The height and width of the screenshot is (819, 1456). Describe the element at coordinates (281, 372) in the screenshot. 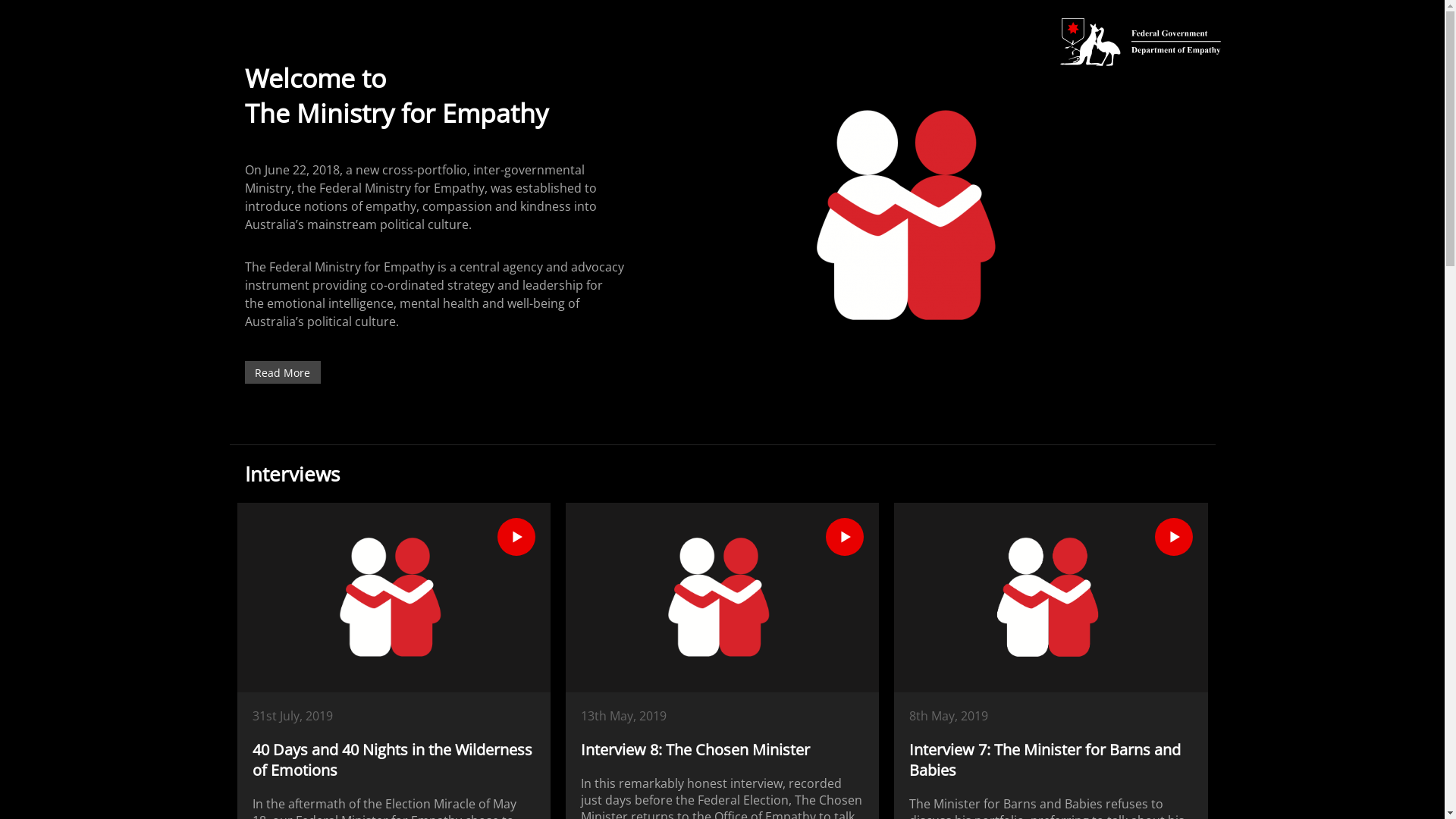

I see `'Read More'` at that location.